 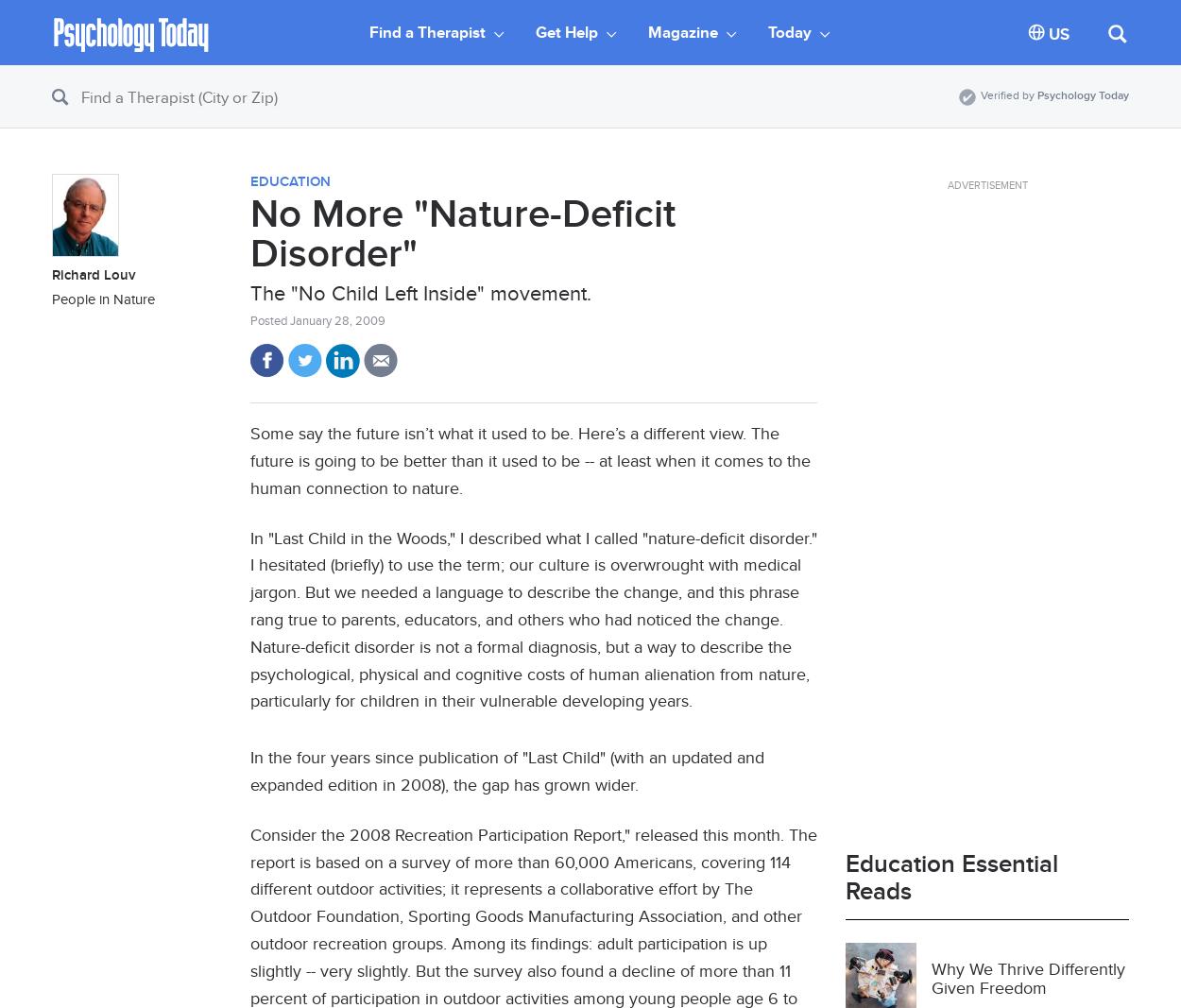 What do you see at coordinates (530, 458) in the screenshot?
I see `'Some say the future isn’t what it used to be. Here’s a different view. The future is going to be better than it used to be -- at least when it comes to the human connection to nature.'` at bounding box center [530, 458].